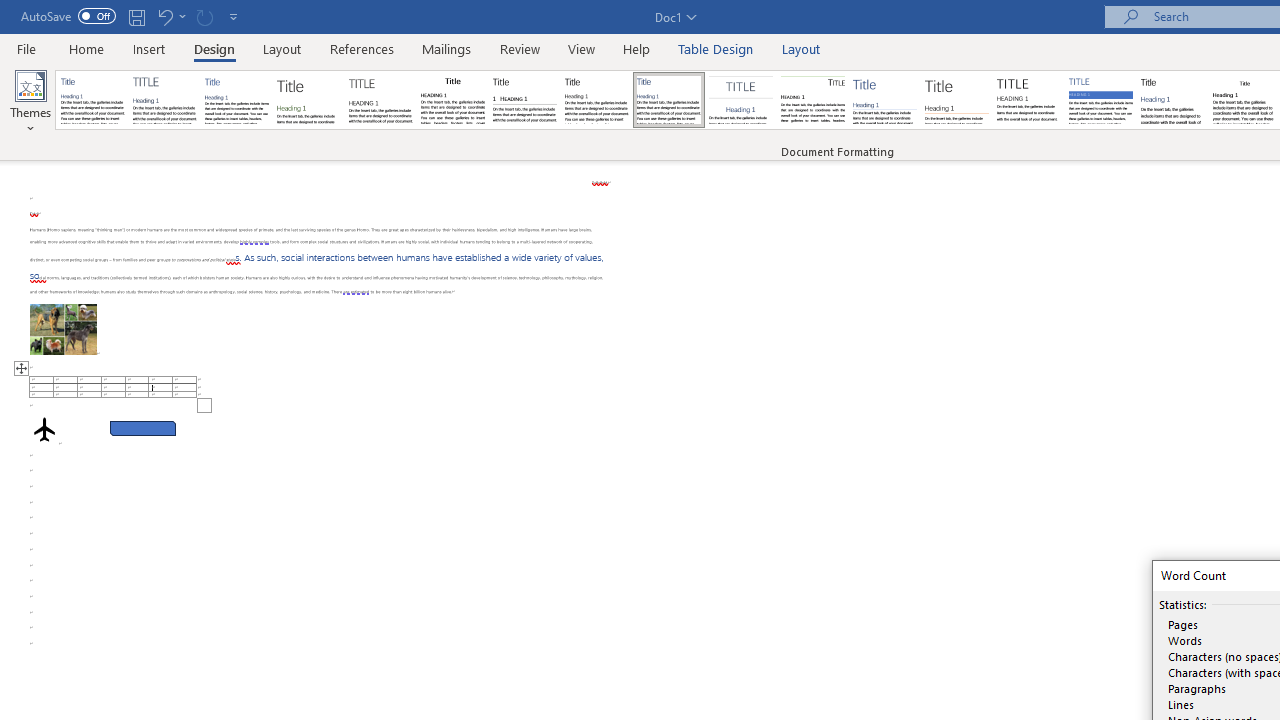 Image resolution: width=1280 pixels, height=720 pixels. I want to click on 'Undo Apply Quick Style Set', so click(170, 16).